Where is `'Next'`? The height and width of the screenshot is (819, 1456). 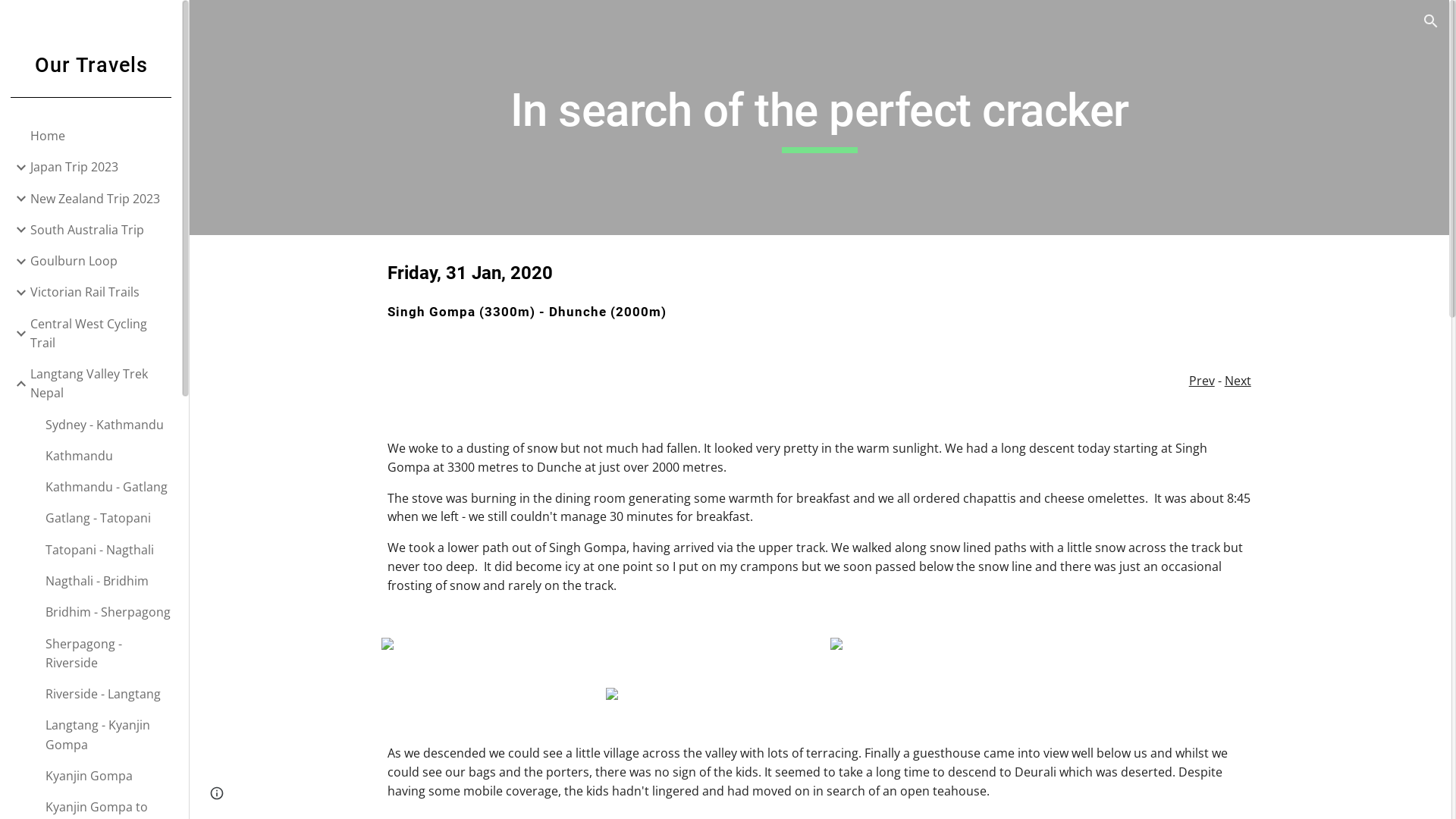
'Next' is located at coordinates (1224, 379).